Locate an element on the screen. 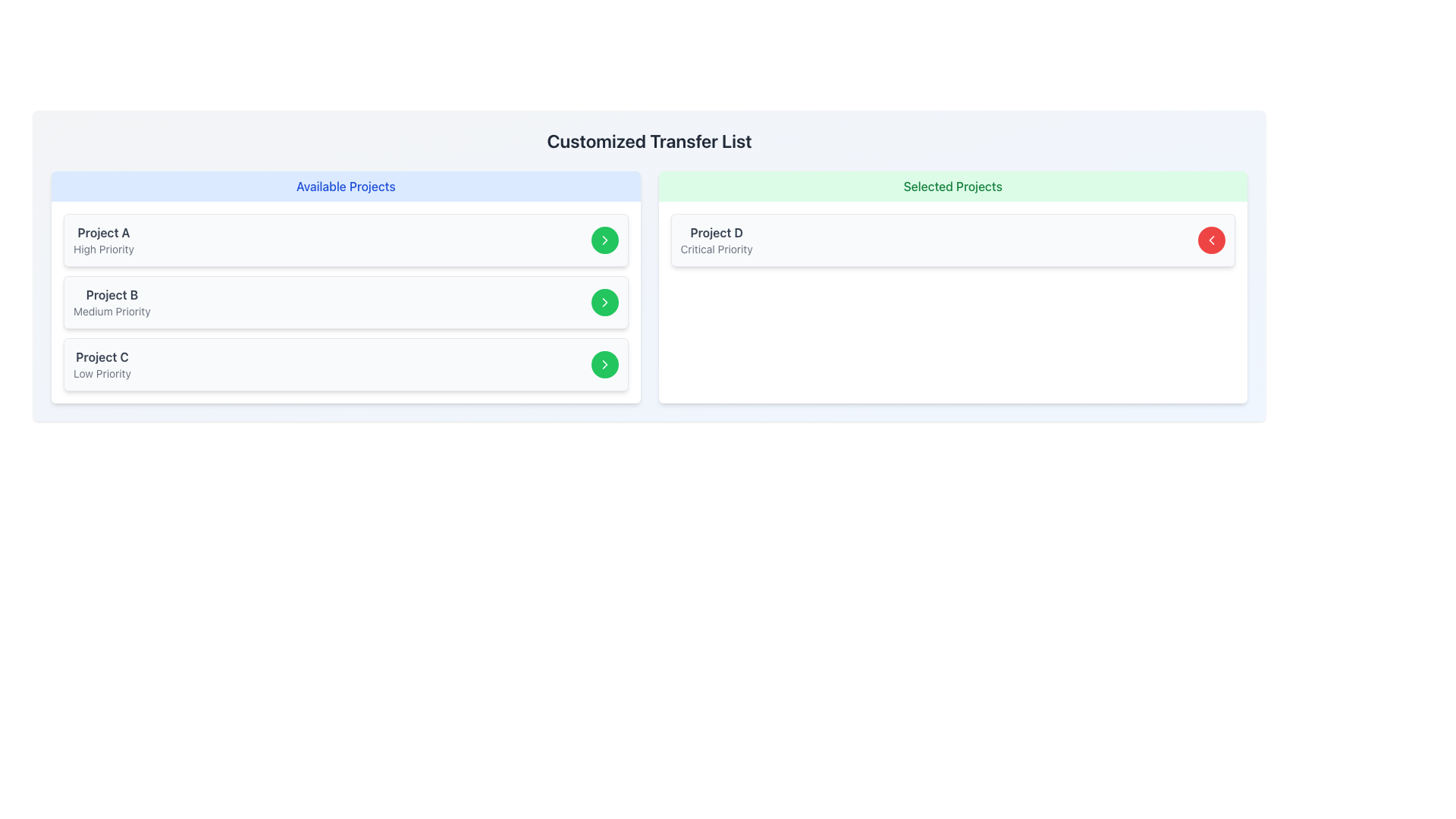  the Static Text Label displaying 'Project A' which is bold and dark gray, located under 'Available Projects' and above 'High Priority' is located at coordinates (103, 233).